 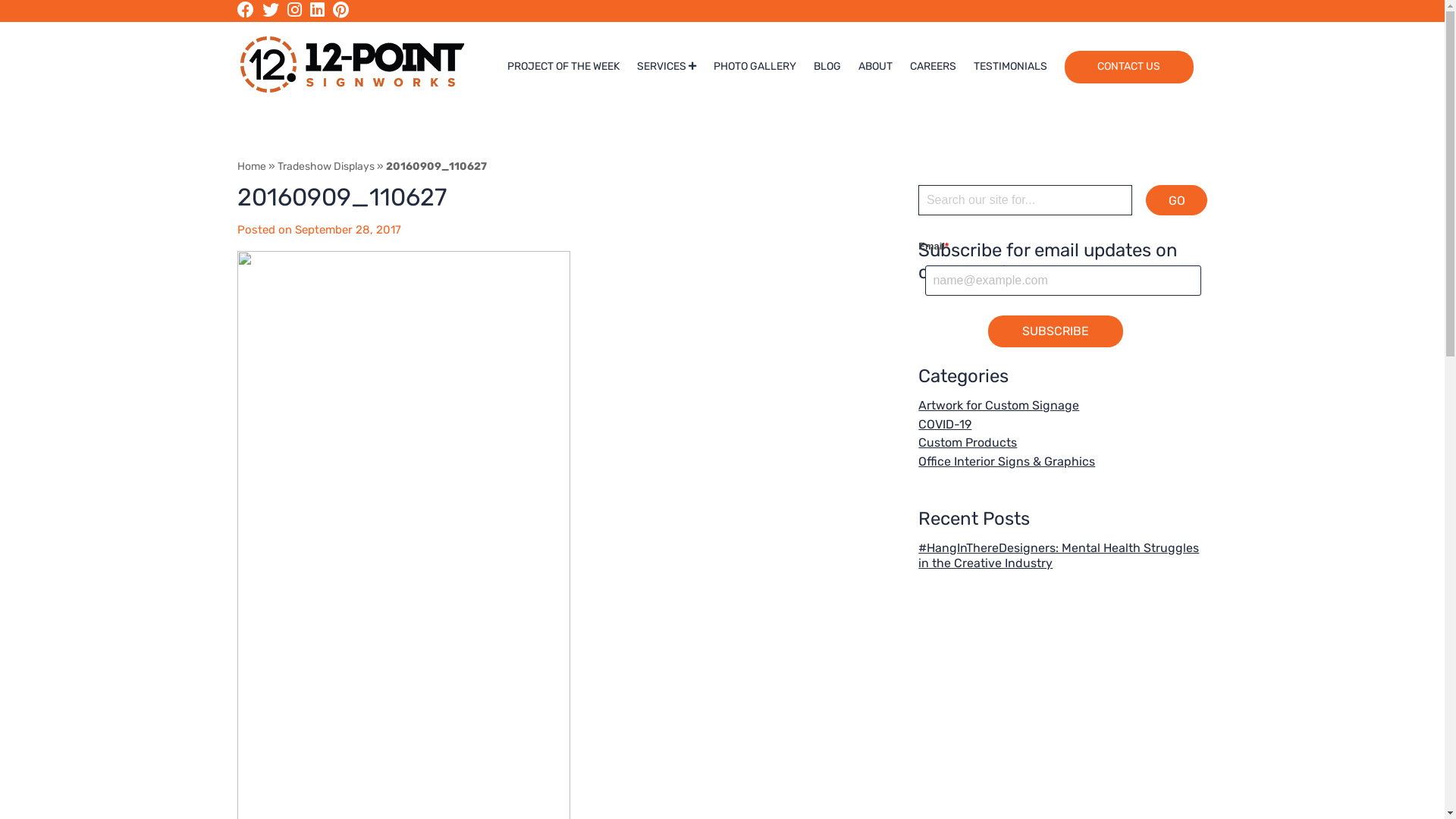 I want to click on 'Office Interior Signs & Graphics', so click(x=1006, y=460).